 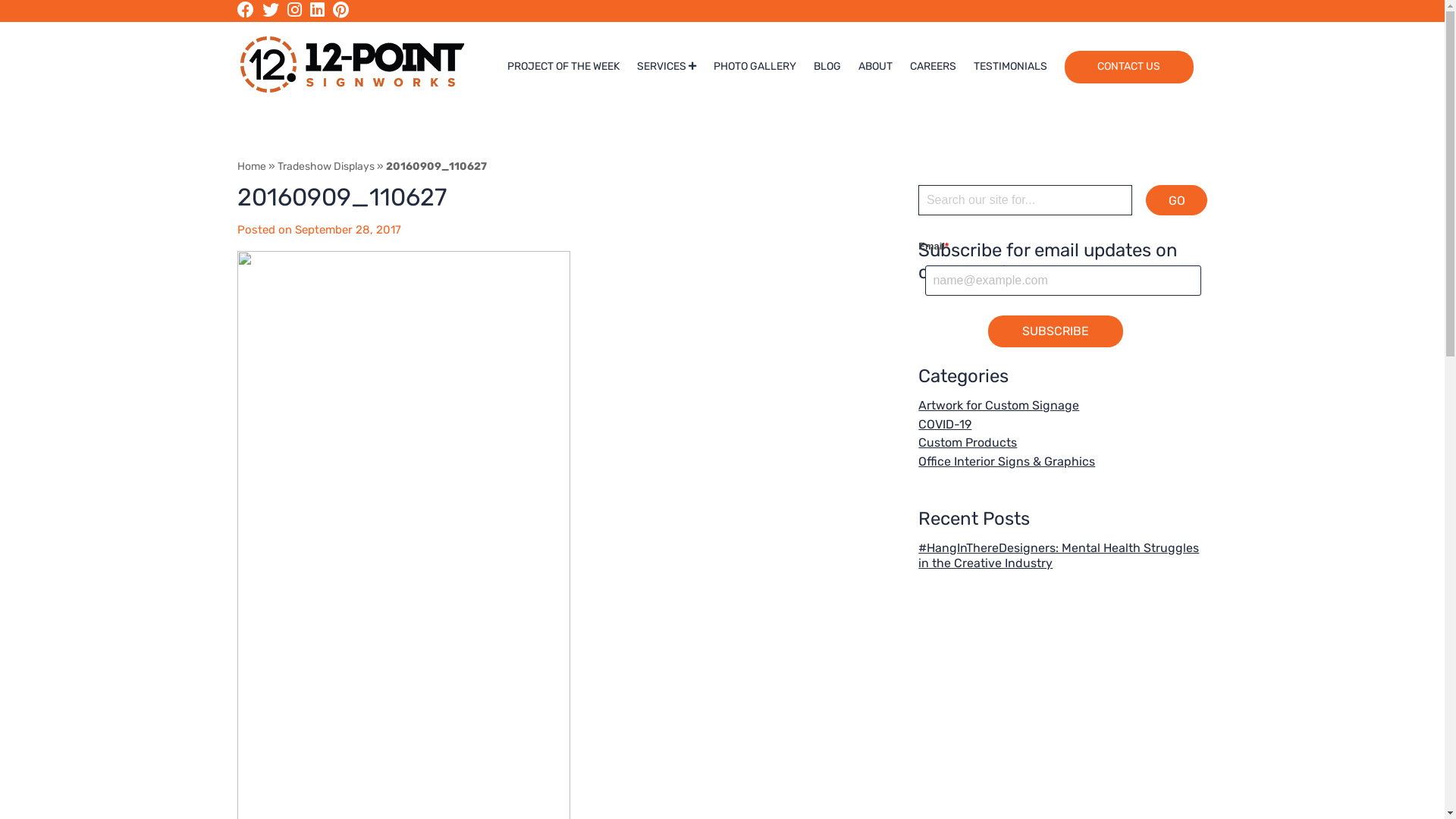 I want to click on 'Office Interior Signs & Graphics', so click(x=1006, y=460).